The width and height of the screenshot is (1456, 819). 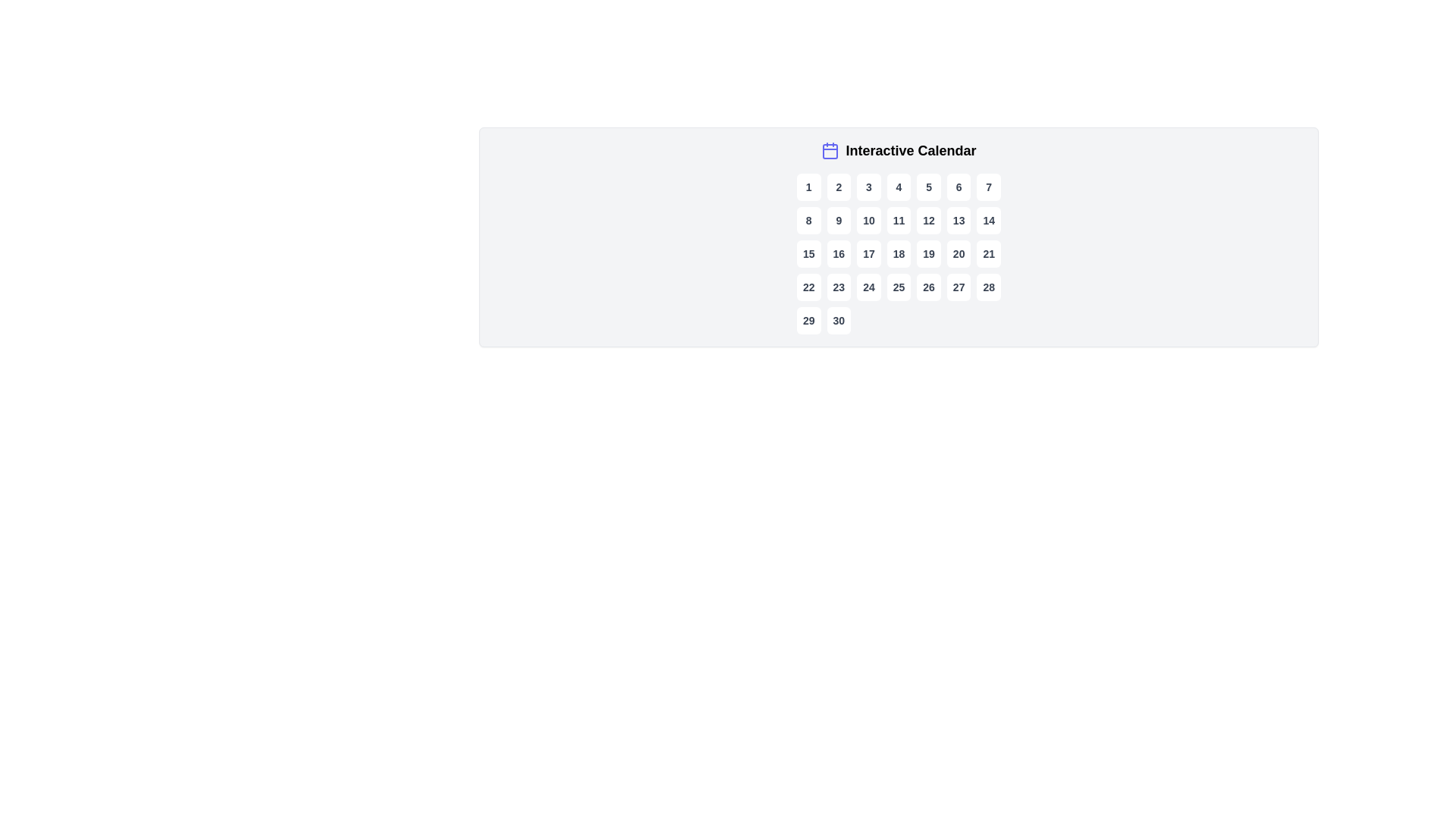 I want to click on the button located in the fourth column of the third row within the calendar grid layout, which is intended for selecting the 16th day of the month, so click(x=838, y=253).